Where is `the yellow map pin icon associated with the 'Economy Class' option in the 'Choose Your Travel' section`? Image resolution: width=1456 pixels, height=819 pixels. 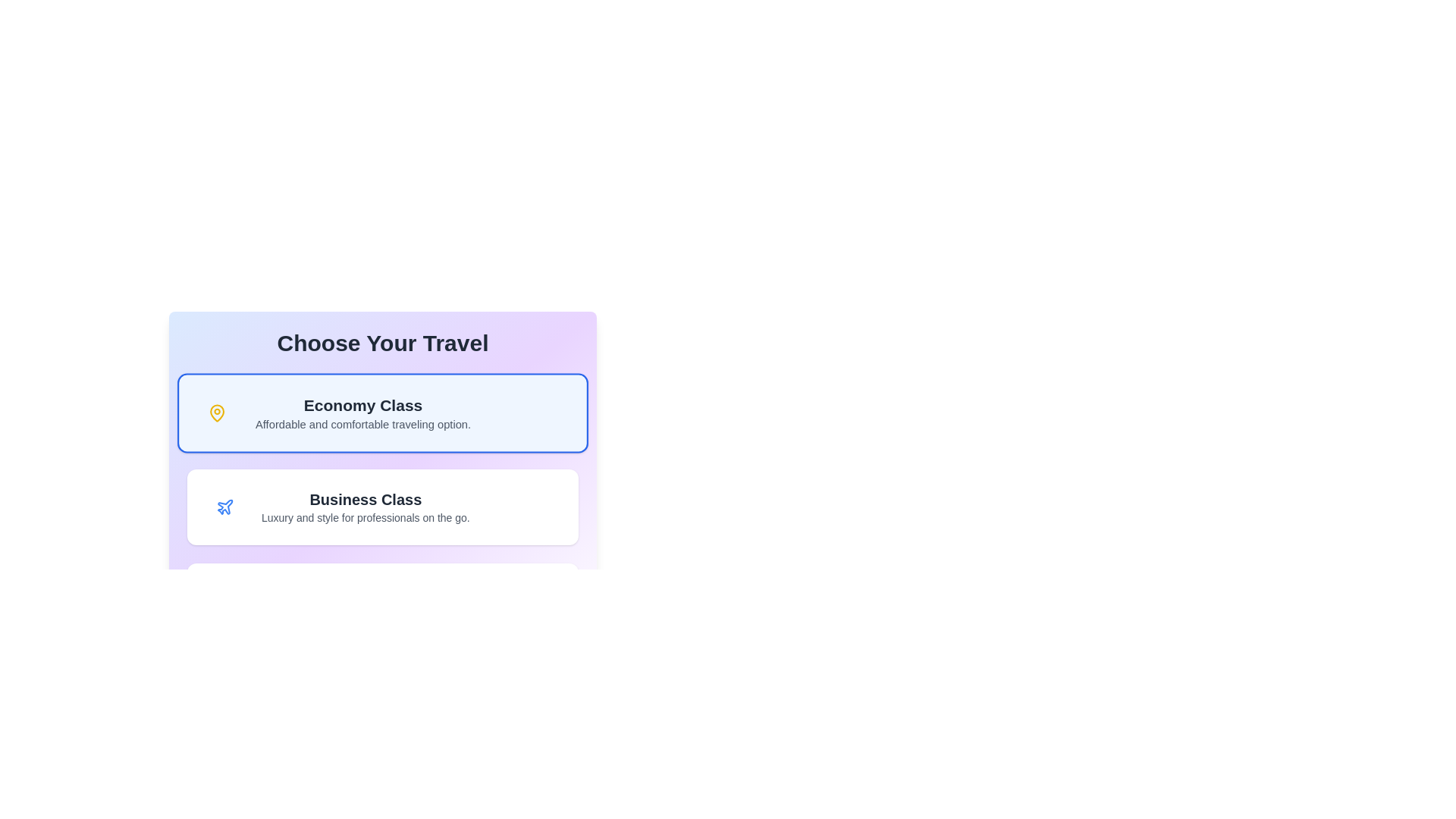 the yellow map pin icon associated with the 'Economy Class' option in the 'Choose Your Travel' section is located at coordinates (216, 413).